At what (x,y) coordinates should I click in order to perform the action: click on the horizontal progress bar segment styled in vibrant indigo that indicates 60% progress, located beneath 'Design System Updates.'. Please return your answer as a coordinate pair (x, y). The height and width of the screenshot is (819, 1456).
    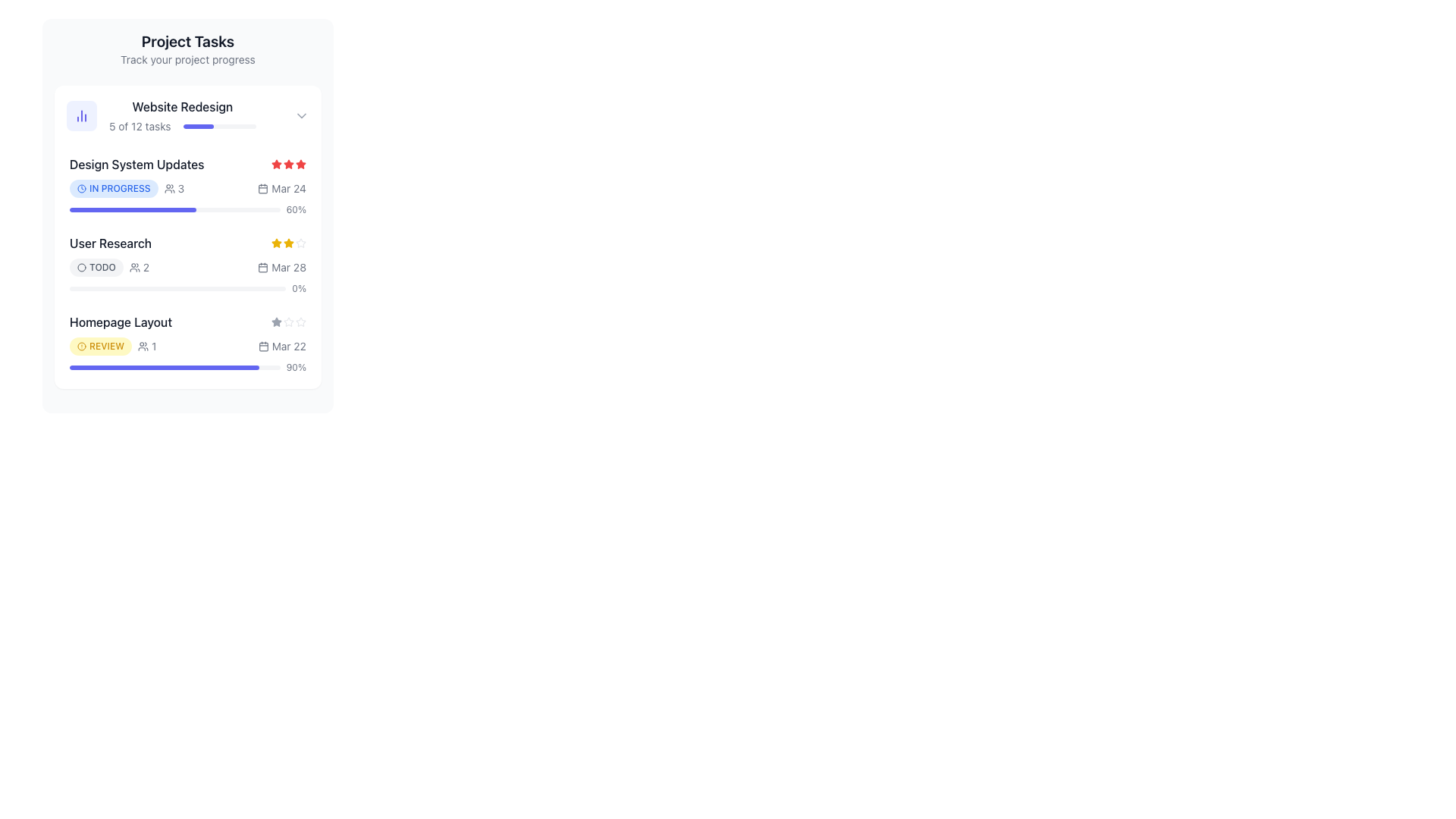
    Looking at the image, I should click on (133, 210).